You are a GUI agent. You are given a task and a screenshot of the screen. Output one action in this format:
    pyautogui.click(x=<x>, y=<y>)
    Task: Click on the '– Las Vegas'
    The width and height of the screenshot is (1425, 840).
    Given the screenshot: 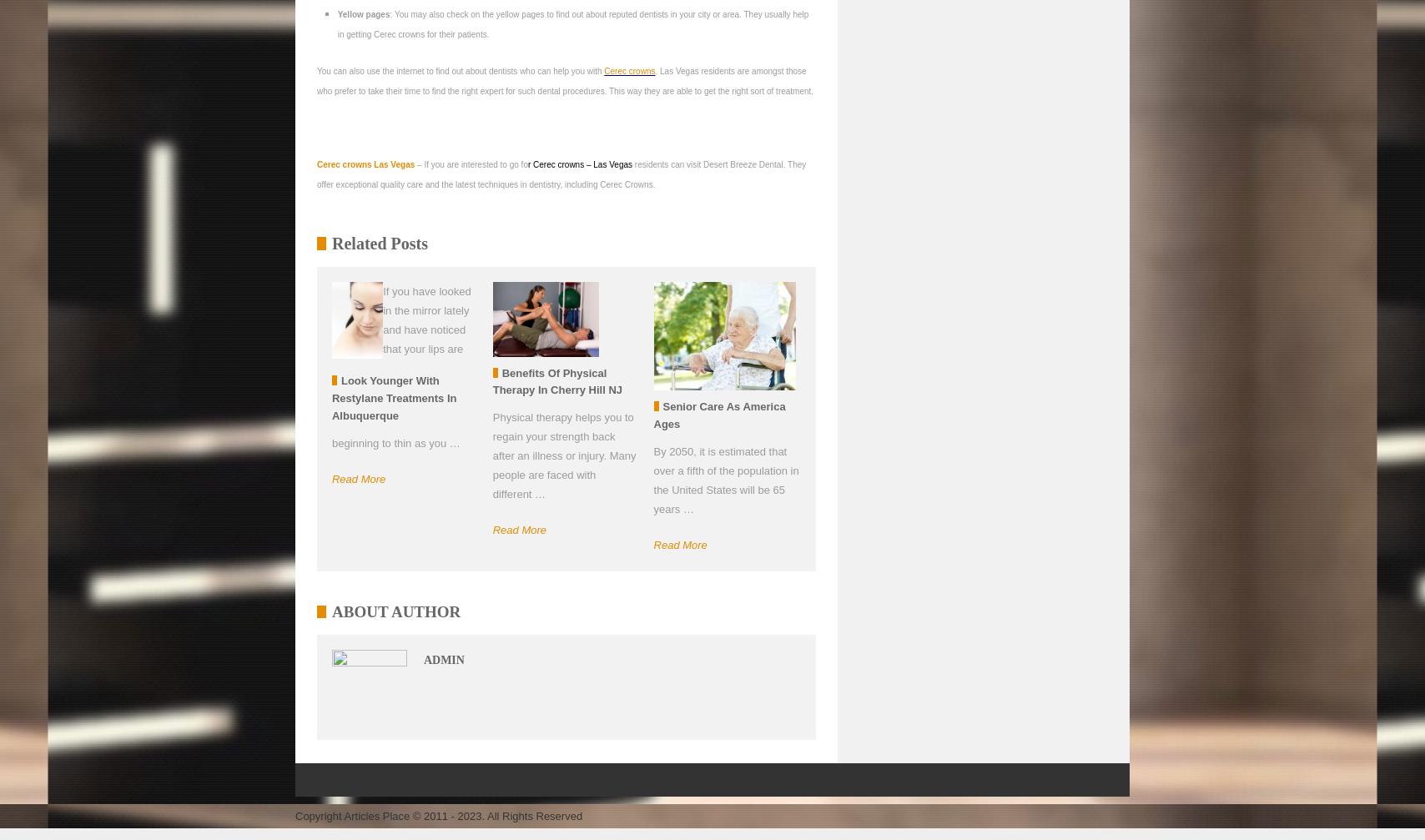 What is the action you would take?
    pyautogui.click(x=583, y=164)
    